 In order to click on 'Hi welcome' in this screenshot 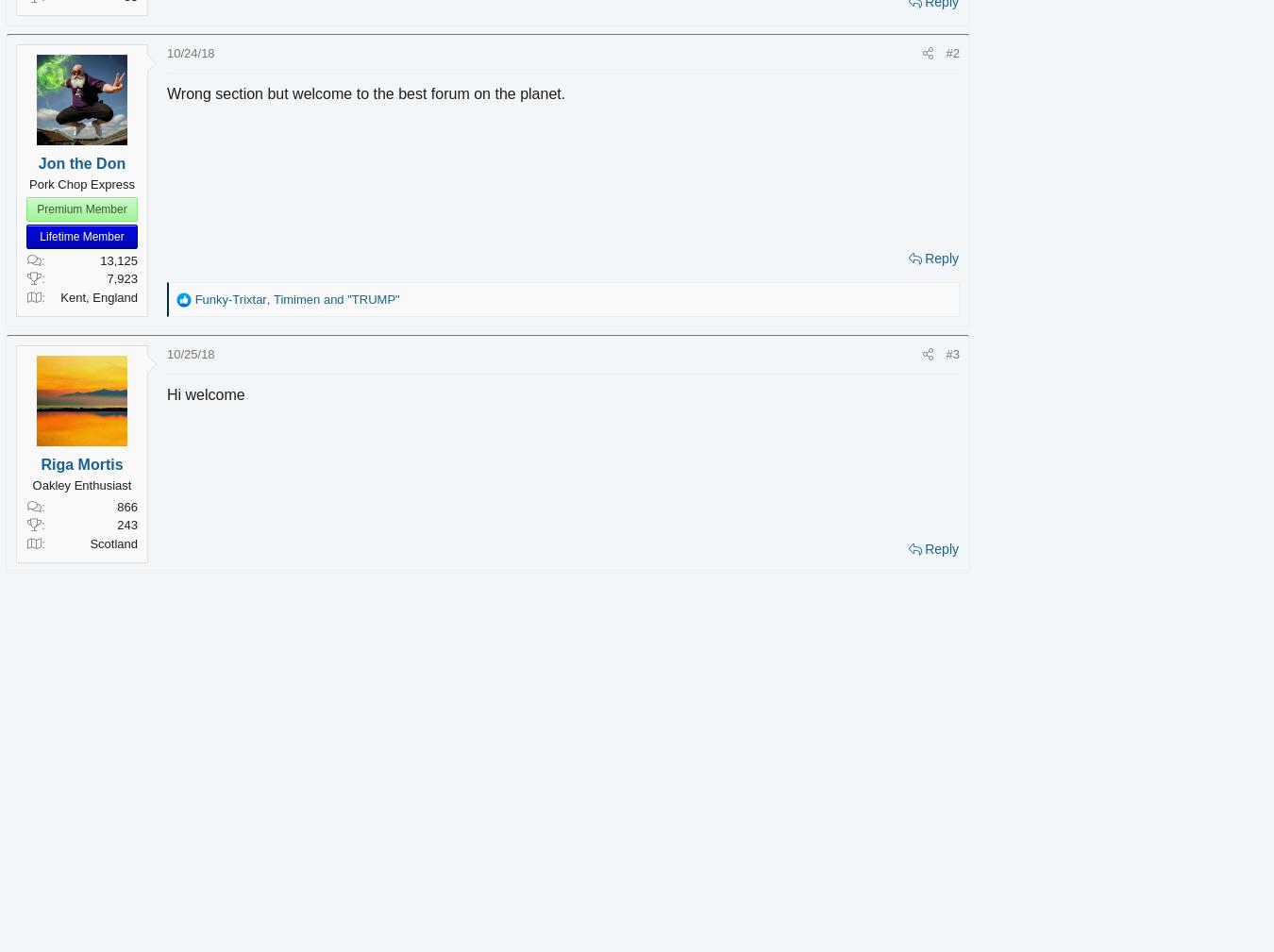, I will do `click(232, 392)`.